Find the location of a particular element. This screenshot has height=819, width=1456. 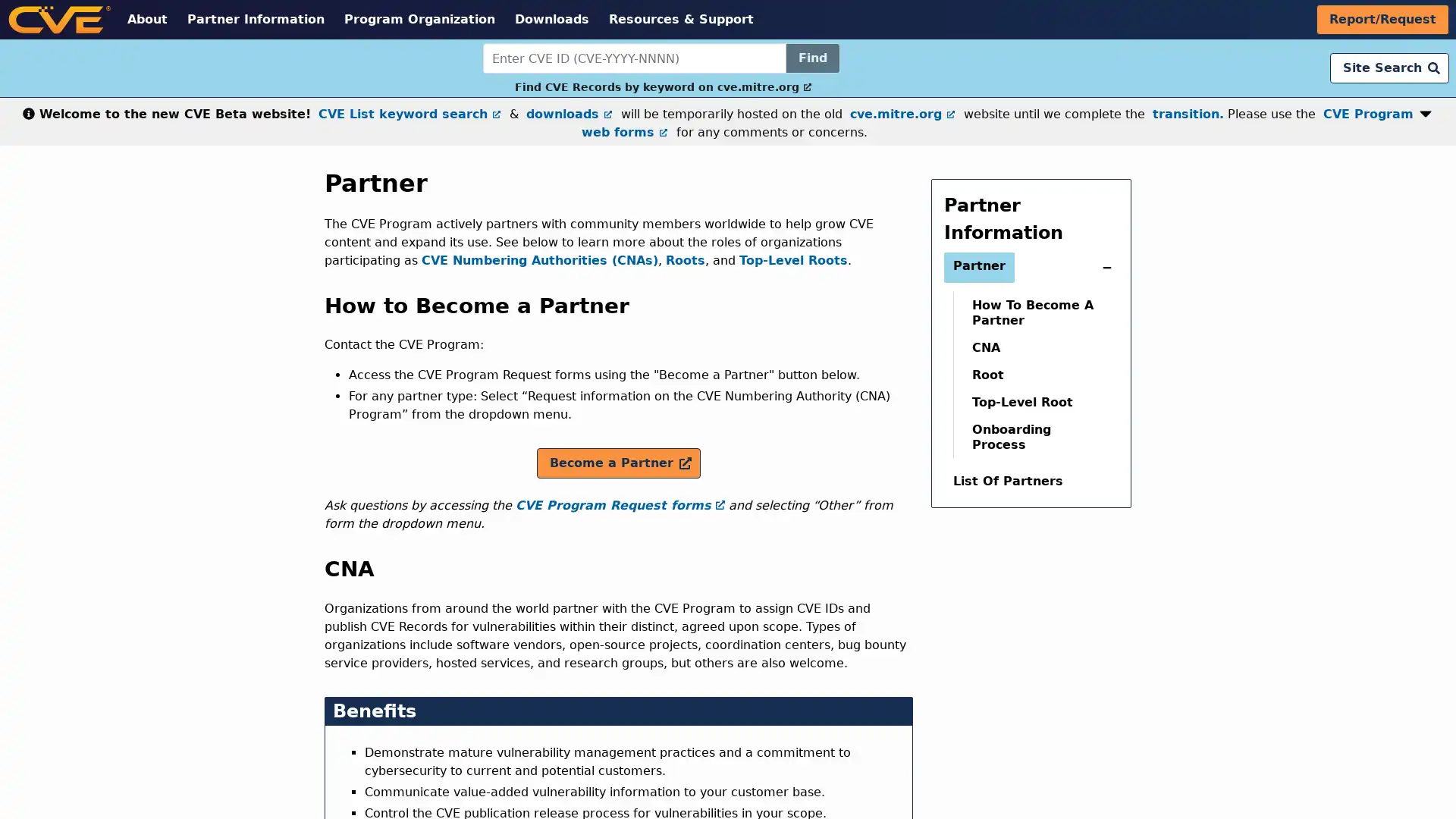

Expand or collapse notification button is located at coordinates (1426, 110).